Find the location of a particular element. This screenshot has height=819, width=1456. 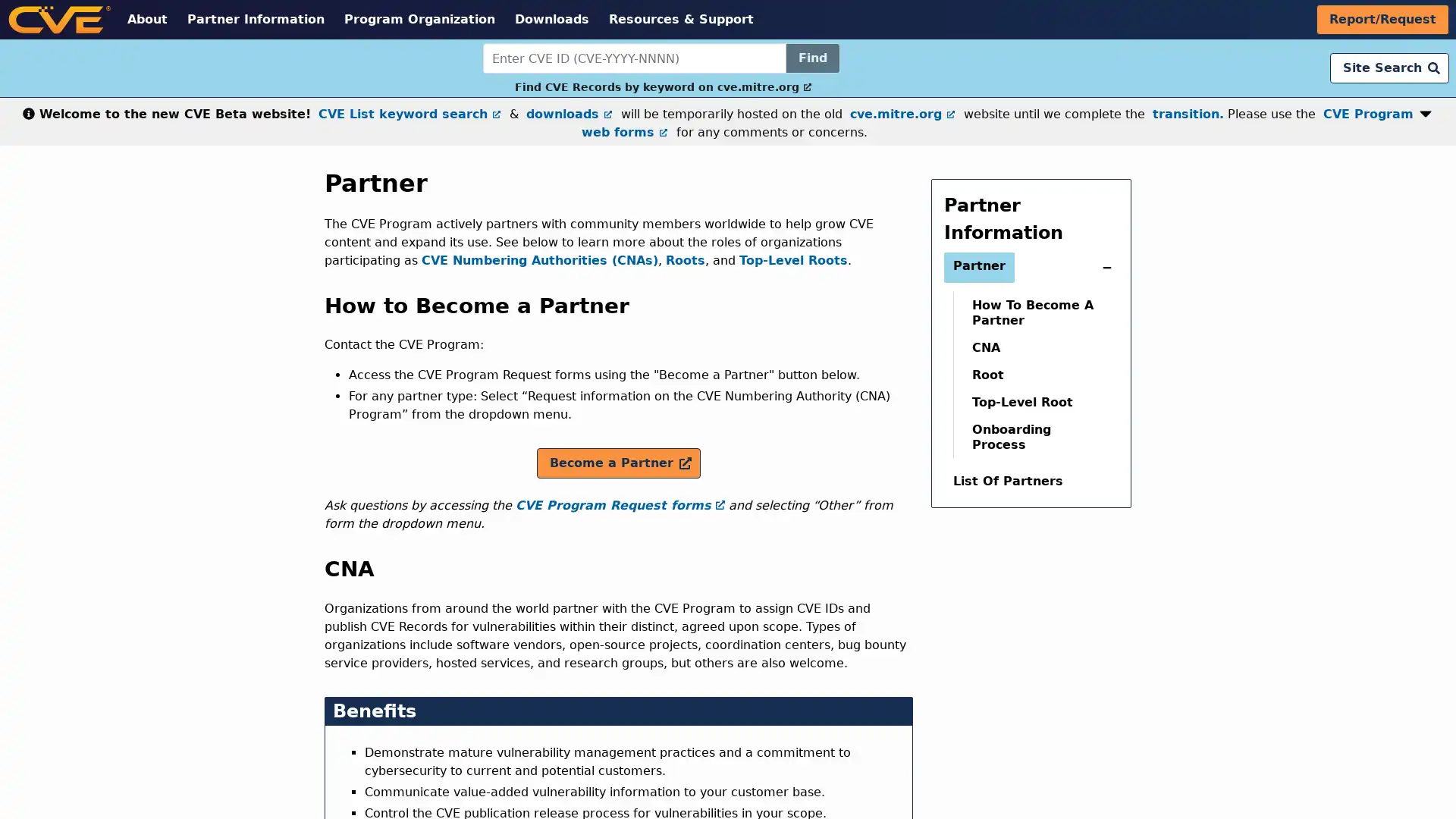

Expand or collapse notification button is located at coordinates (1426, 110).